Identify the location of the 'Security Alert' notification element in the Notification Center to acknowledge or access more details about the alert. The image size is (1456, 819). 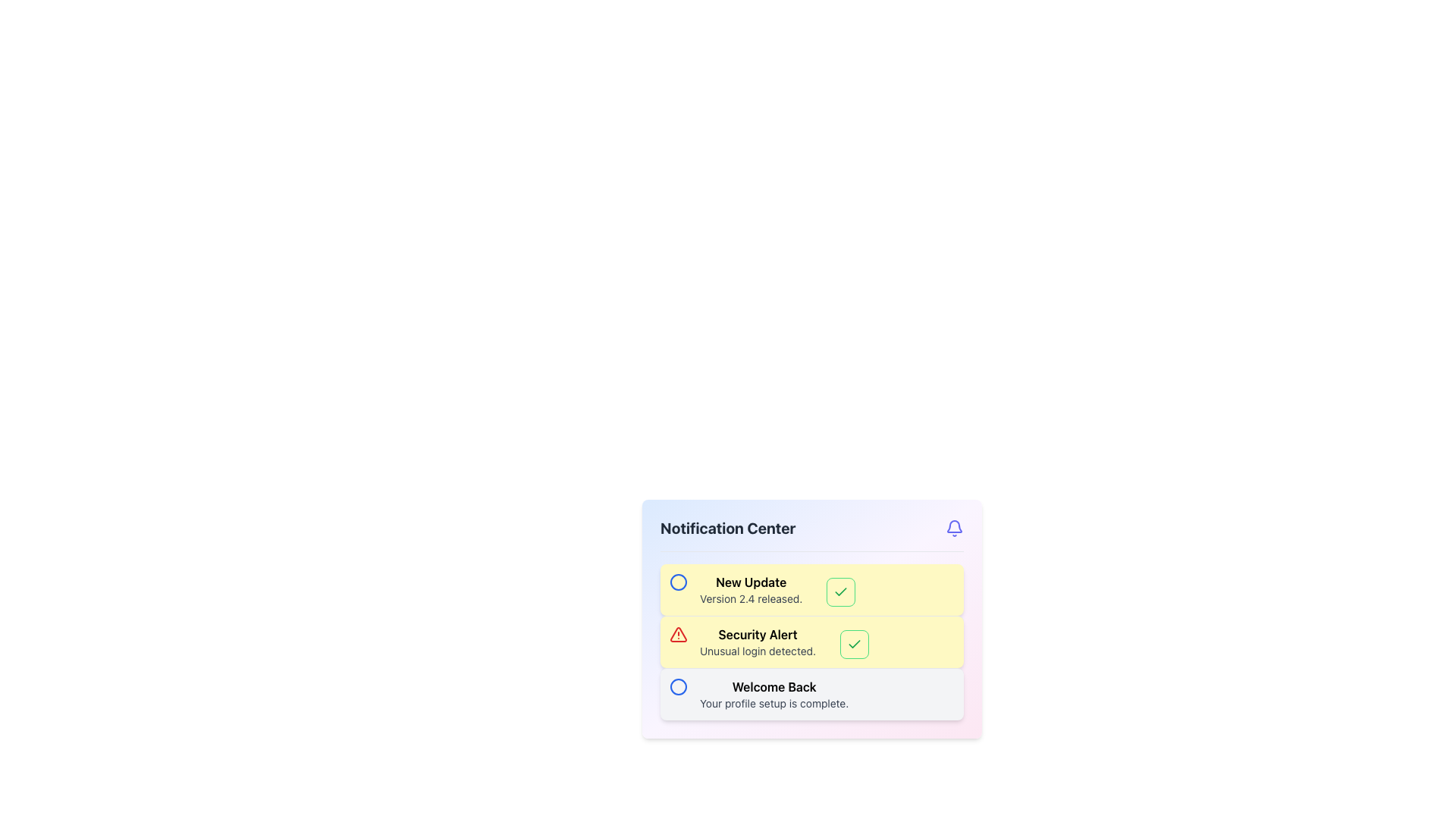
(758, 642).